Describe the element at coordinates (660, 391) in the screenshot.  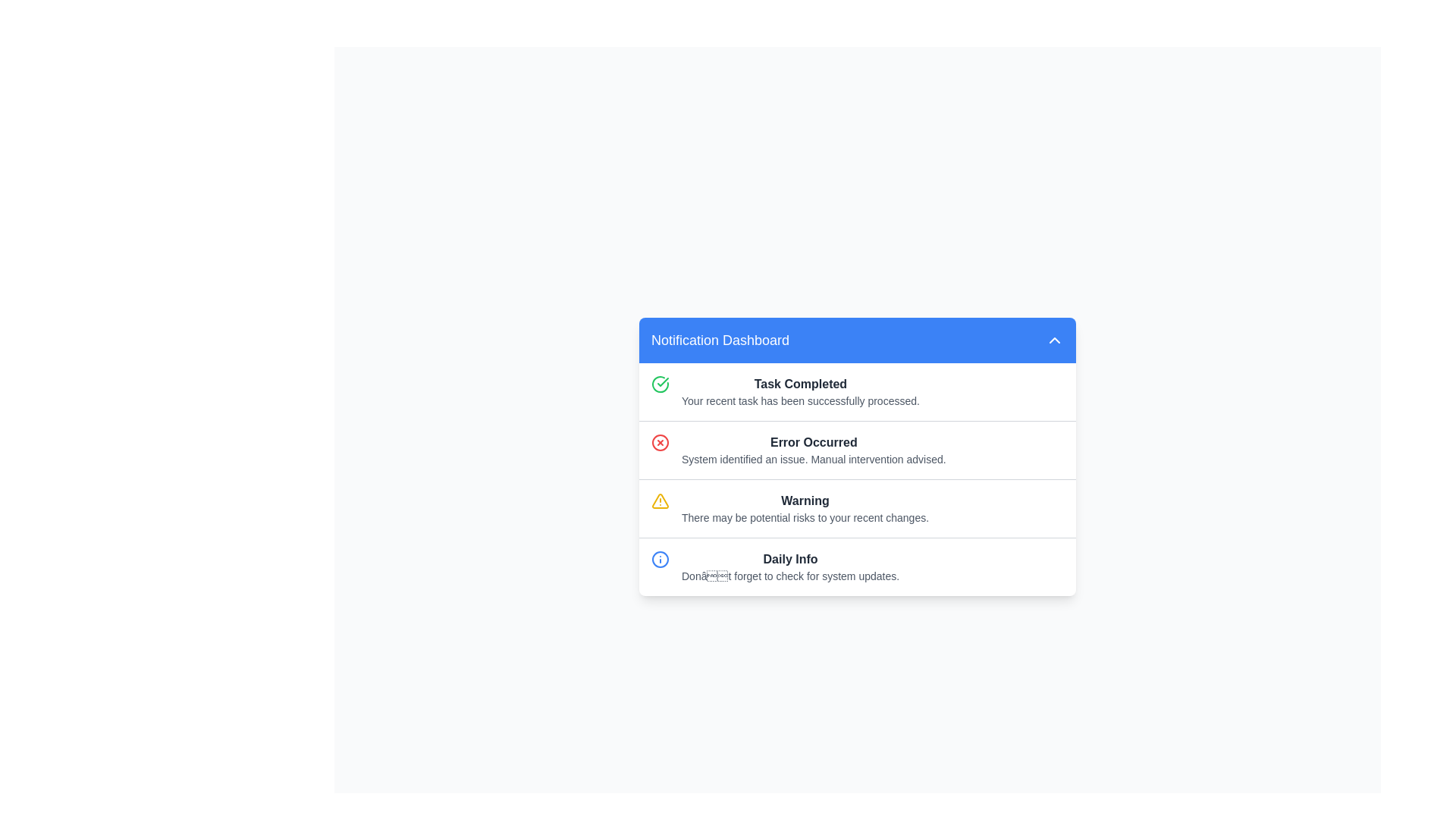
I see `the checkmark icon representing task completion located in the first row of the notification list next to 'Task Completed' in the 'Notification Dashboard'` at that location.